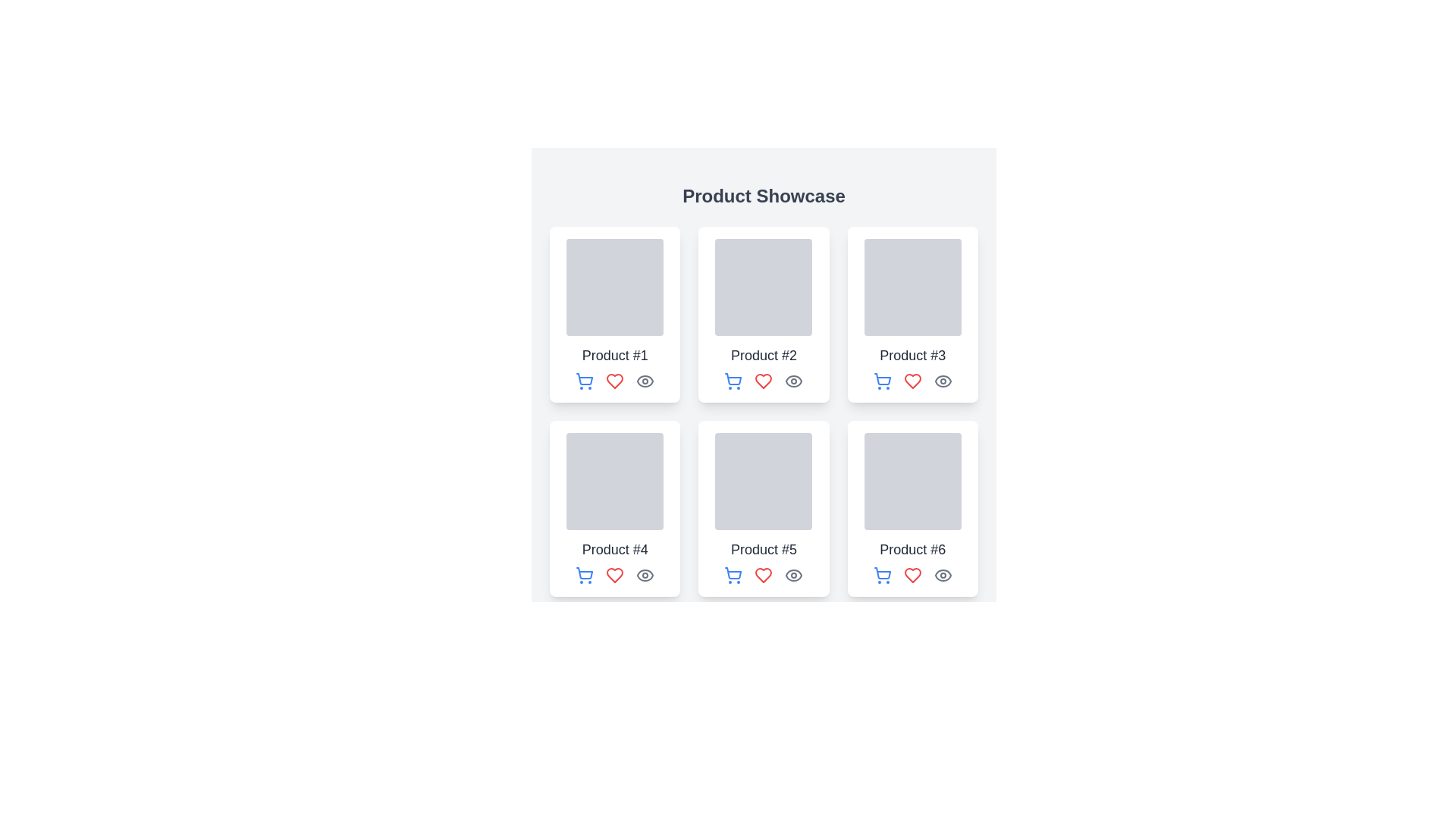 The image size is (1456, 819). What do you see at coordinates (912, 380) in the screenshot?
I see `the favorite icon button, which is the second icon in the horizontal set under the card of 'Product #3'` at bounding box center [912, 380].